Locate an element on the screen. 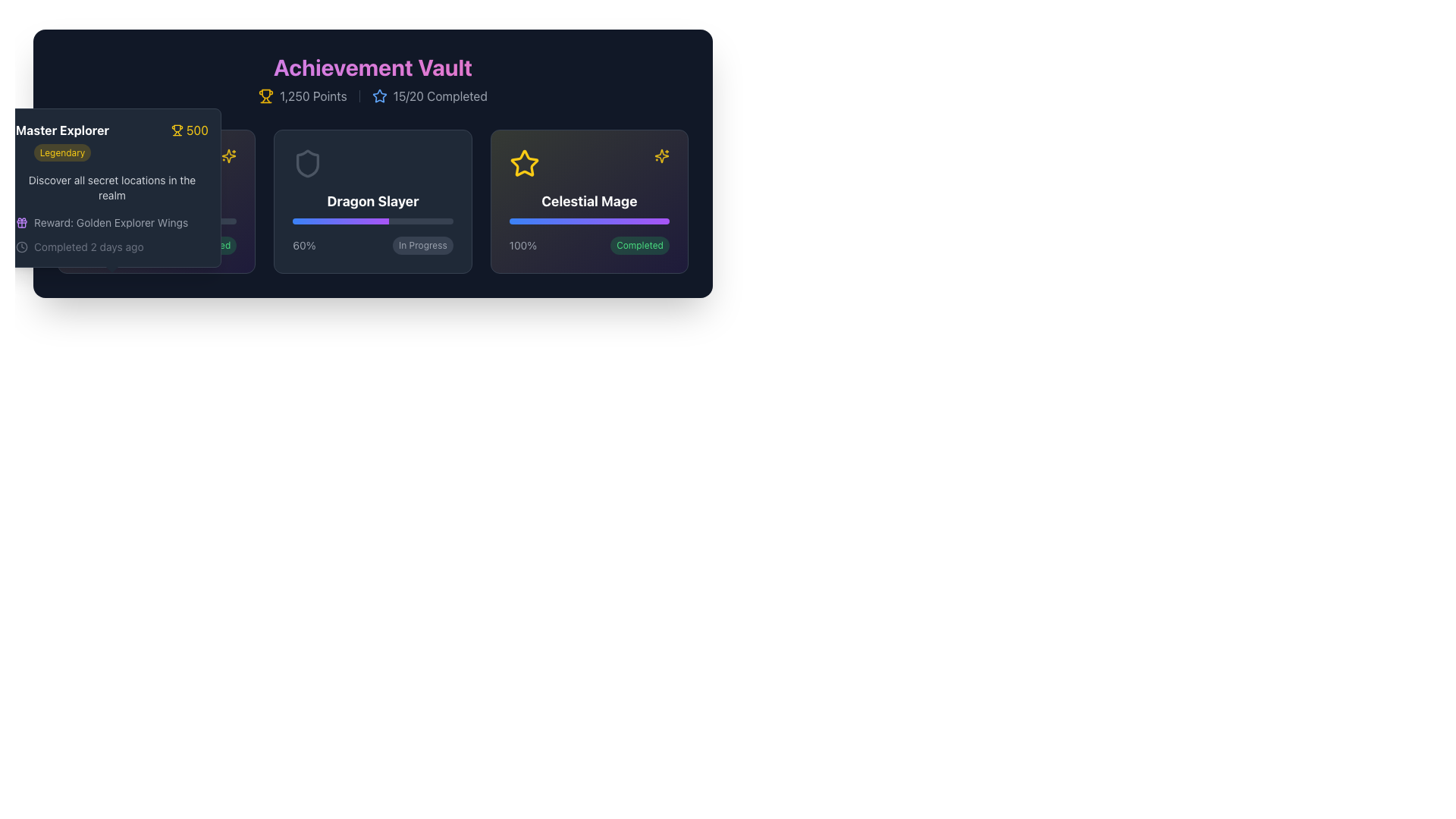 The height and width of the screenshot is (819, 1456). achievement details from the progress indicator card titled 'Dragon Slayer', which shows a progress of 60% and a status of 'In Progress'. This card is centrally located in the grid of achievement cards below the heading 'Achievement Vault' is located at coordinates (372, 201).